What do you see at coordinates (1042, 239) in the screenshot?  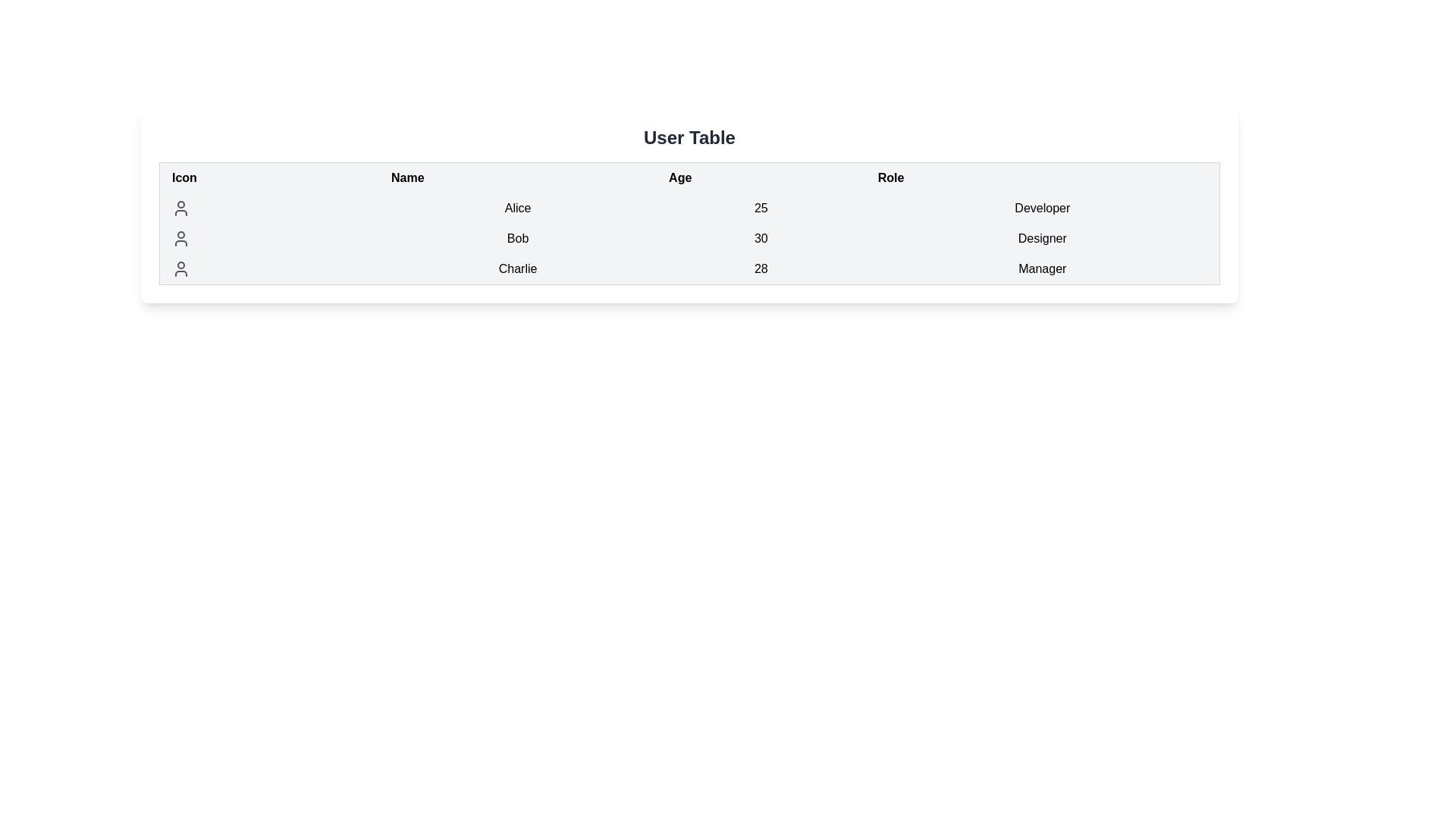 I see `the static text label 'Designer' located in the 'Role' column of the 'User Table', which is the third entry for the user Bob` at bounding box center [1042, 239].